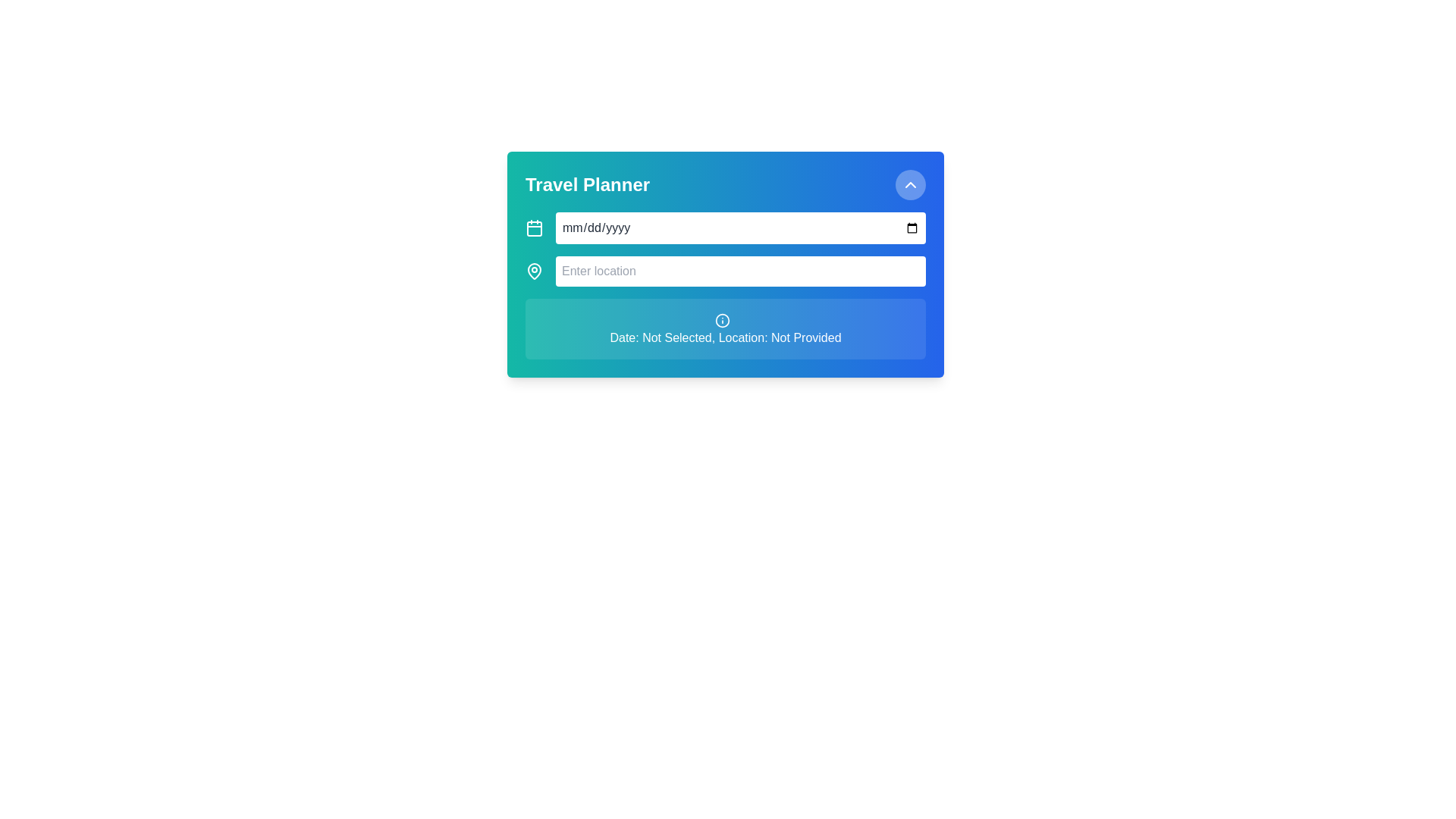  I want to click on the Date input field located below the title 'Travel Planner' to focus and enter a date, so click(724, 227).